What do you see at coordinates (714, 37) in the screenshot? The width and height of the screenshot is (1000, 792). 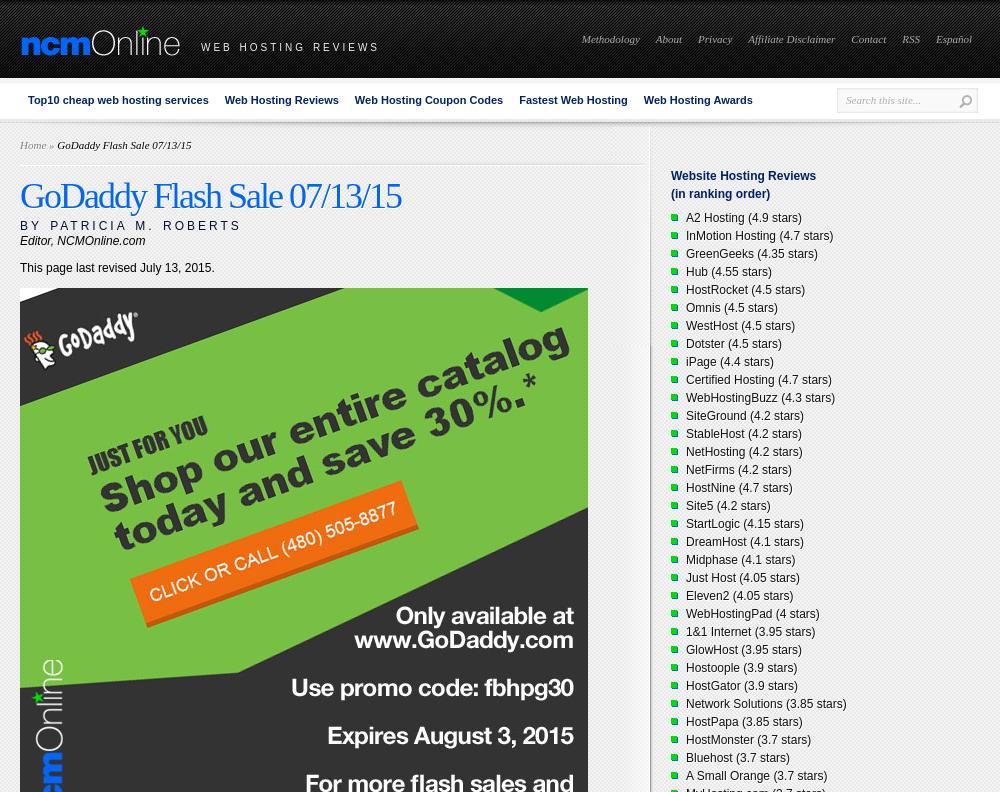 I see `'Privacy'` at bounding box center [714, 37].